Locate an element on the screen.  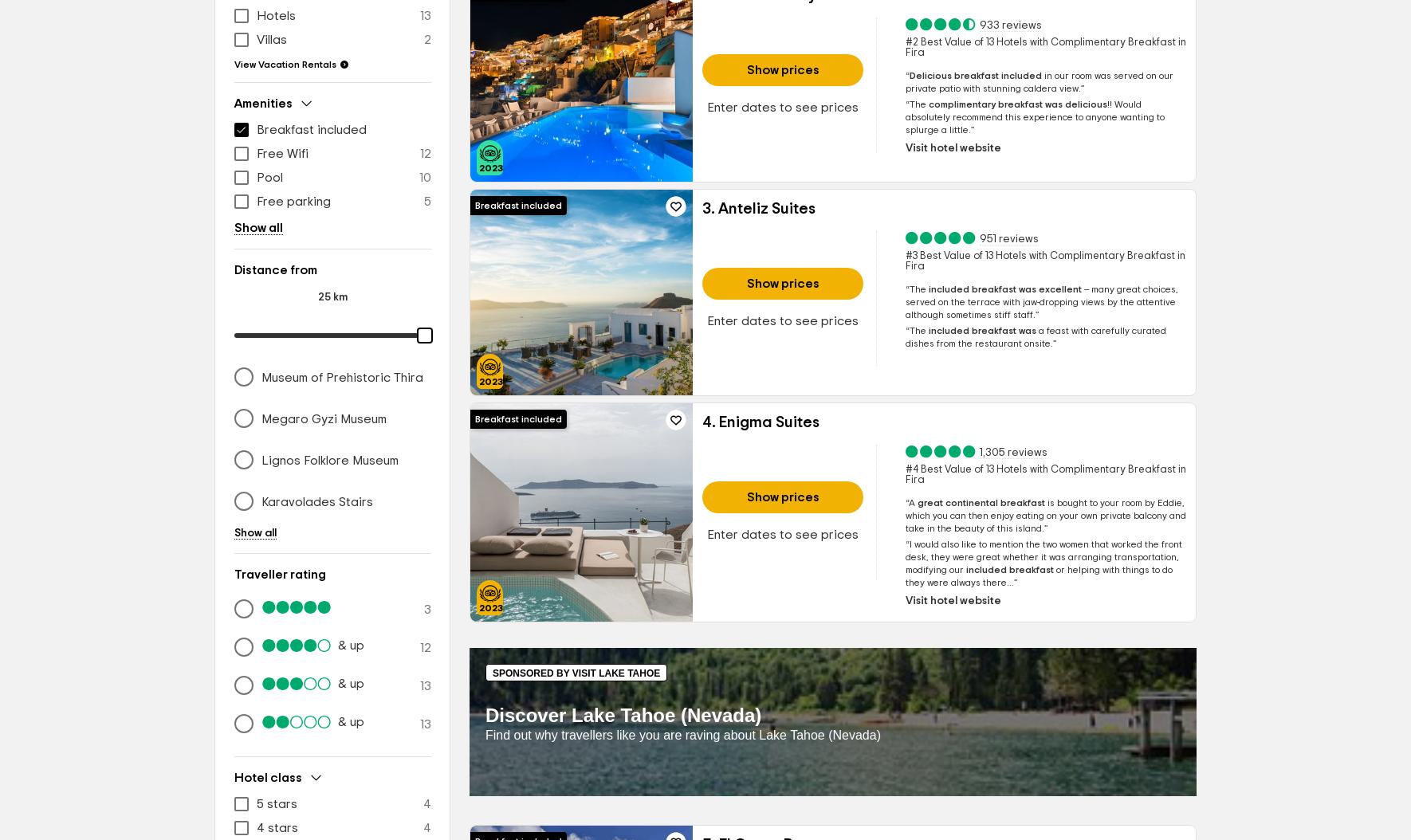
'Traveller rating' is located at coordinates (279, 574).